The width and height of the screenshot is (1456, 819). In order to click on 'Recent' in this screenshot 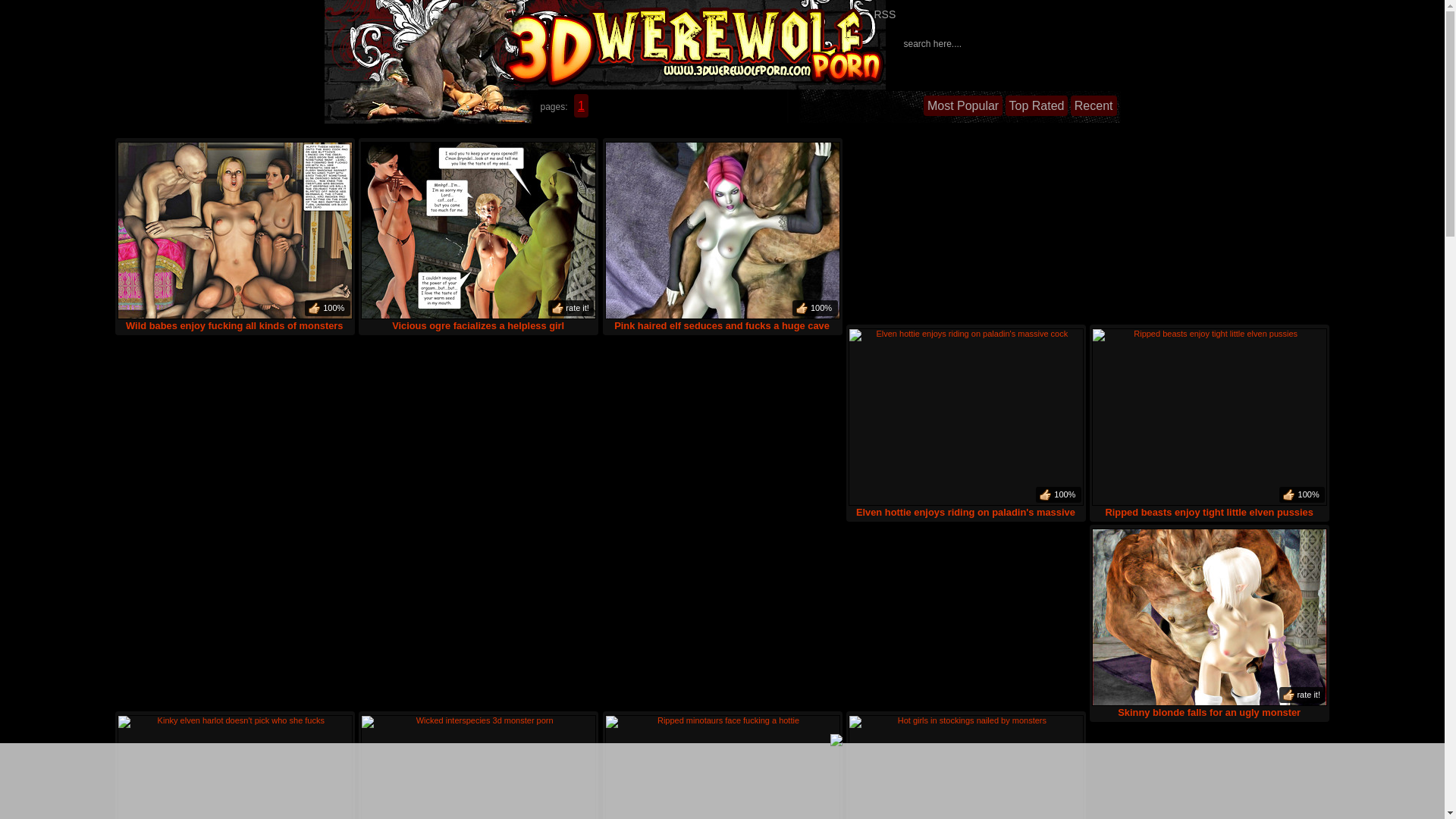, I will do `click(1094, 105)`.